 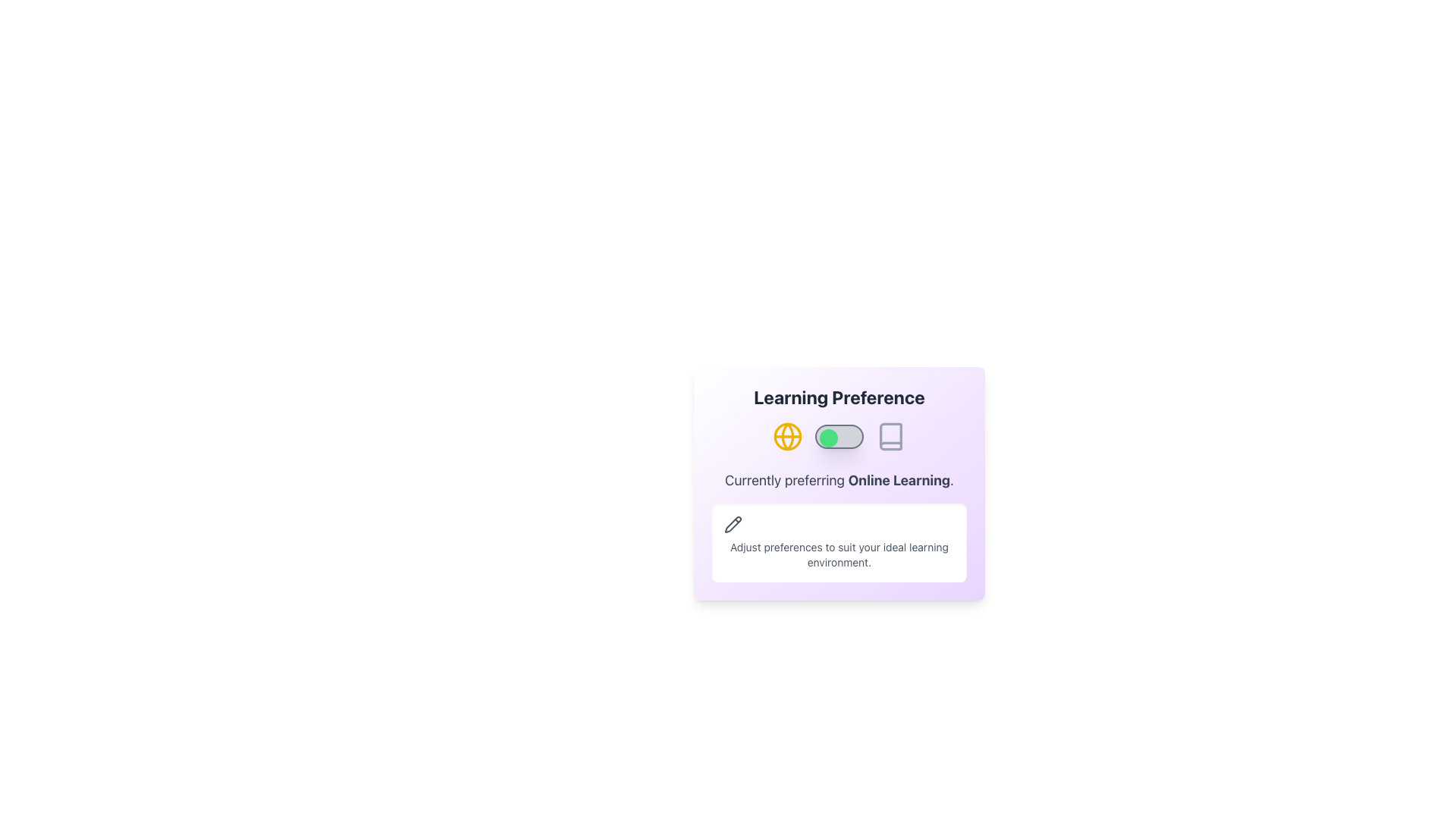 I want to click on the status indicator text block that displays the current learning mode preference, which is 'Online Learning', located in the middle segment of the 'Learning Preference' card, so click(x=839, y=480).